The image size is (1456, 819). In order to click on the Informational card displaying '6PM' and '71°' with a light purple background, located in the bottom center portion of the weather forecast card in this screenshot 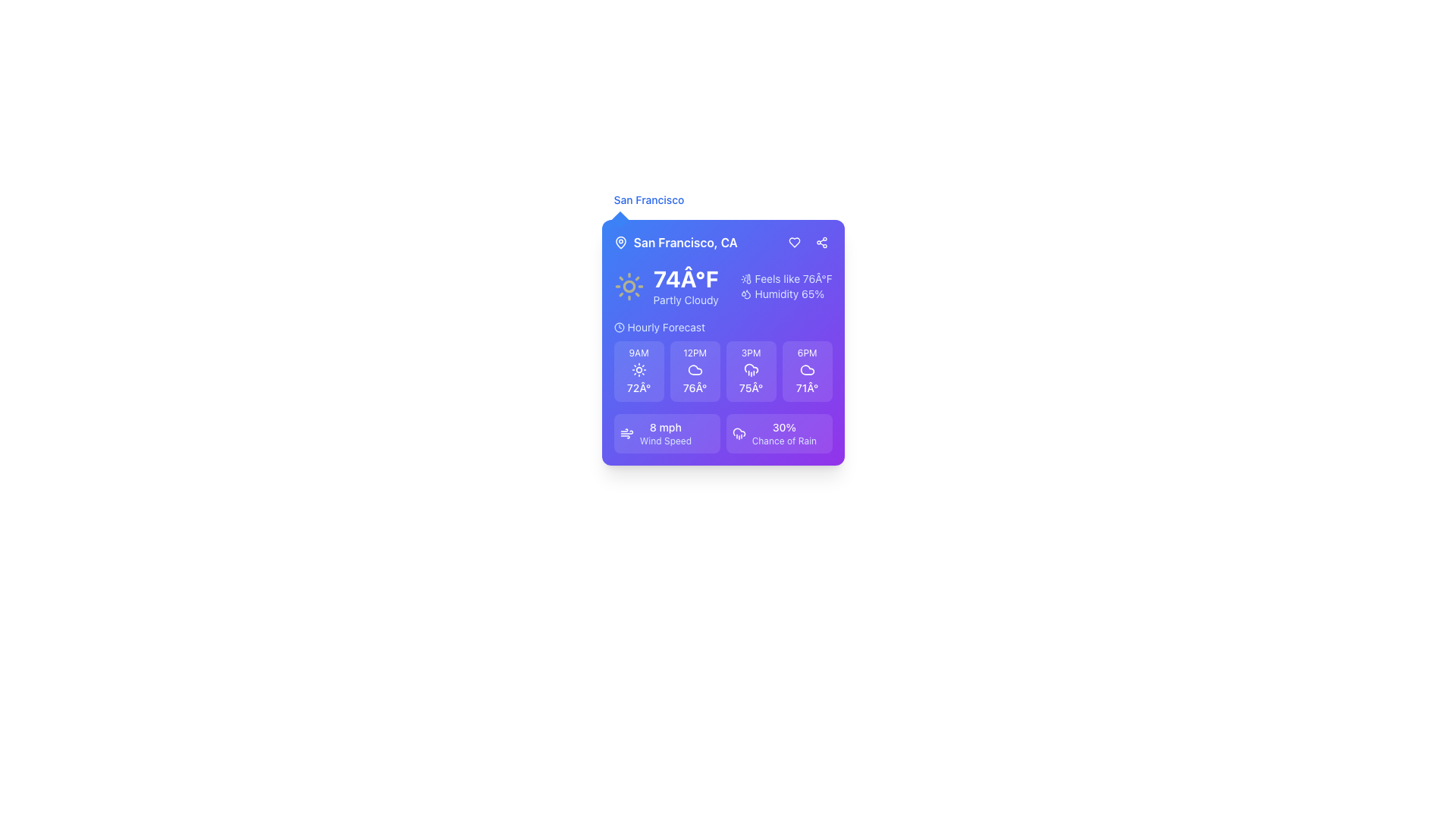, I will do `click(806, 371)`.